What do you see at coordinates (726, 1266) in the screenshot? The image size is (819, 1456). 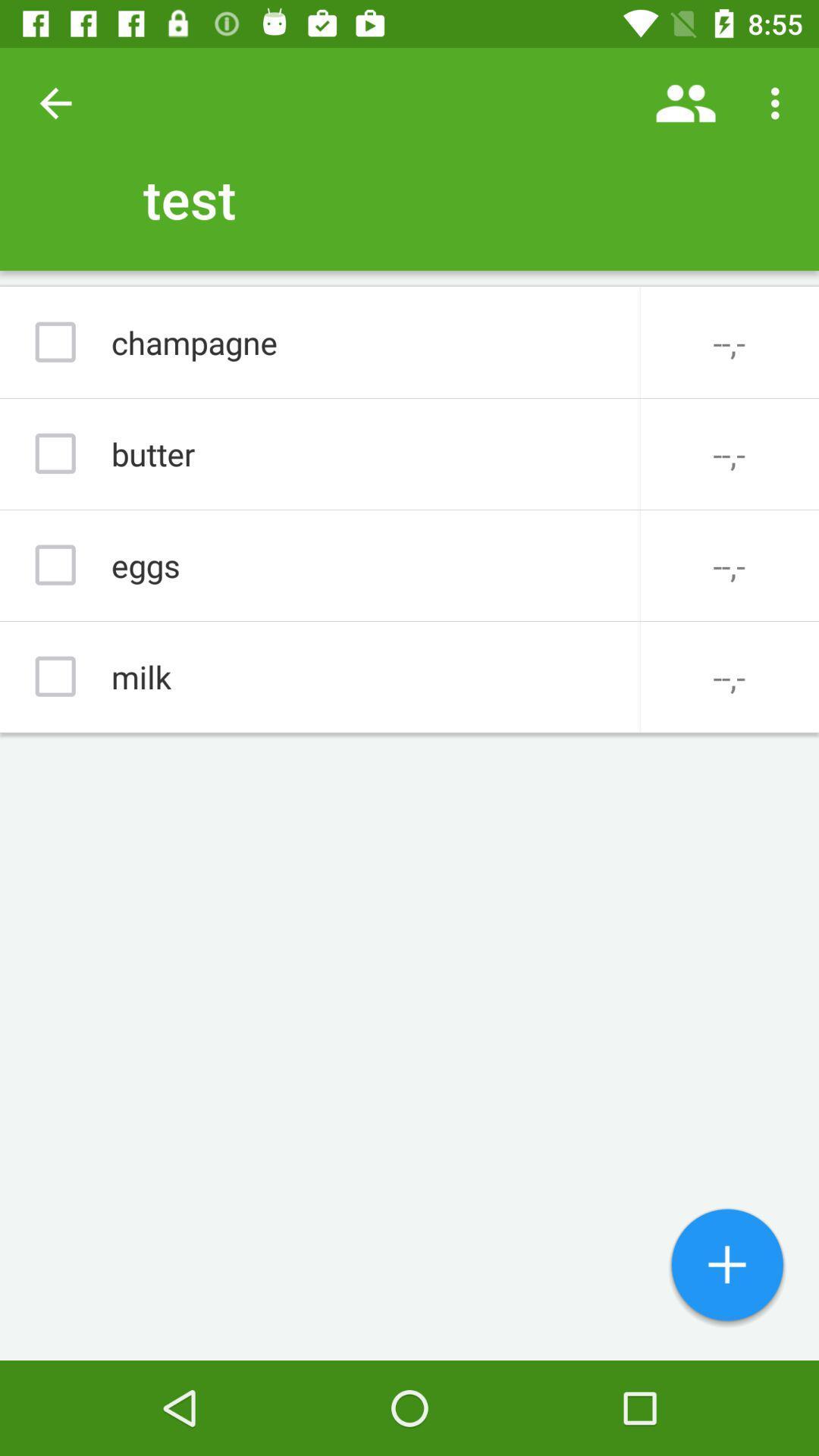 I see `the item below --,-` at bounding box center [726, 1266].